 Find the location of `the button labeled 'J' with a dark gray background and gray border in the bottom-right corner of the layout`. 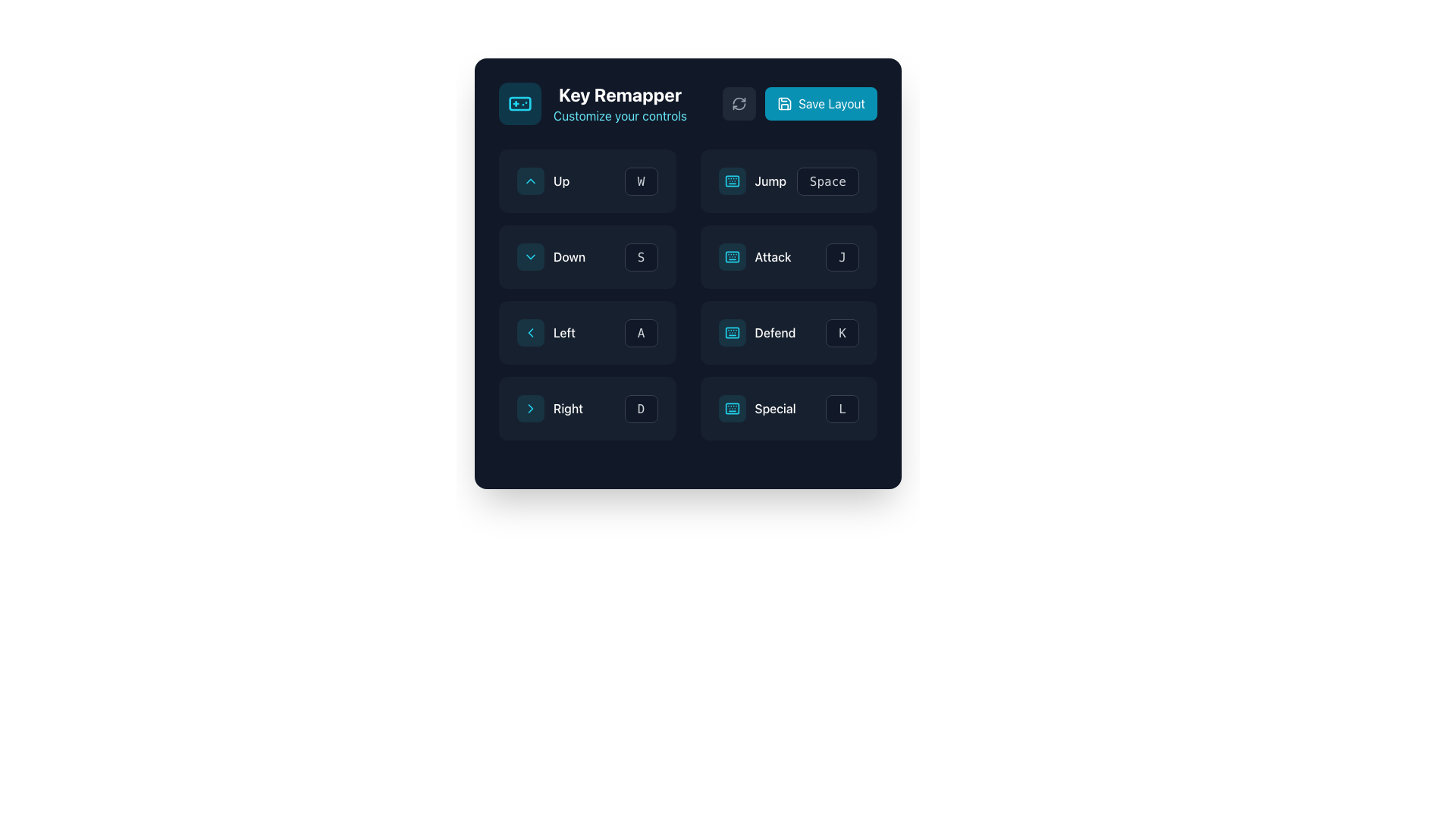

the button labeled 'J' with a dark gray background and gray border in the bottom-right corner of the layout is located at coordinates (841, 256).